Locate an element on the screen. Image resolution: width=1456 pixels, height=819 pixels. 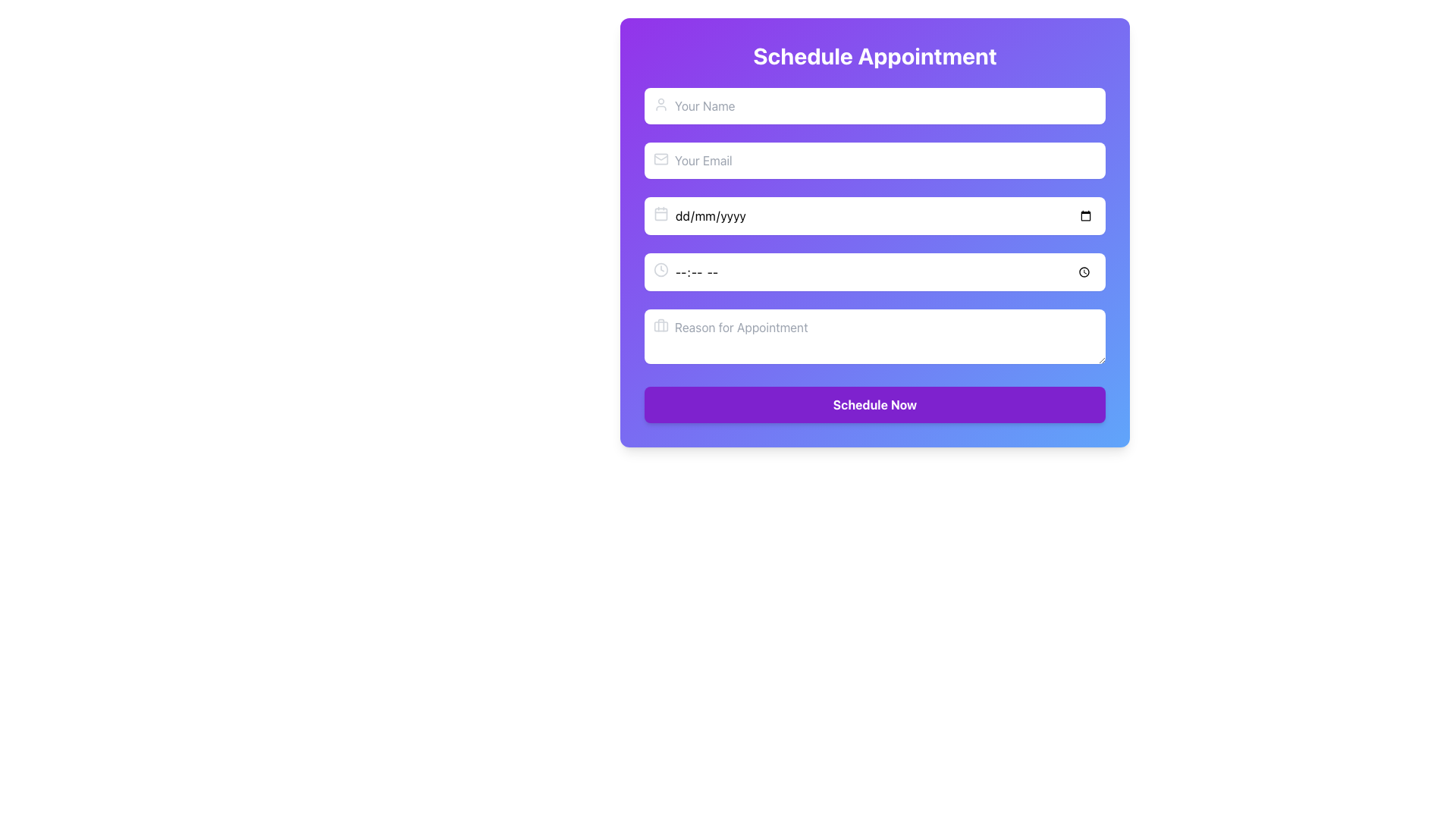
the 'Schedule Appointment' textual heading which is styled in large bold white font, centered in a form card with a purple-to-blue gradient background is located at coordinates (874, 55).